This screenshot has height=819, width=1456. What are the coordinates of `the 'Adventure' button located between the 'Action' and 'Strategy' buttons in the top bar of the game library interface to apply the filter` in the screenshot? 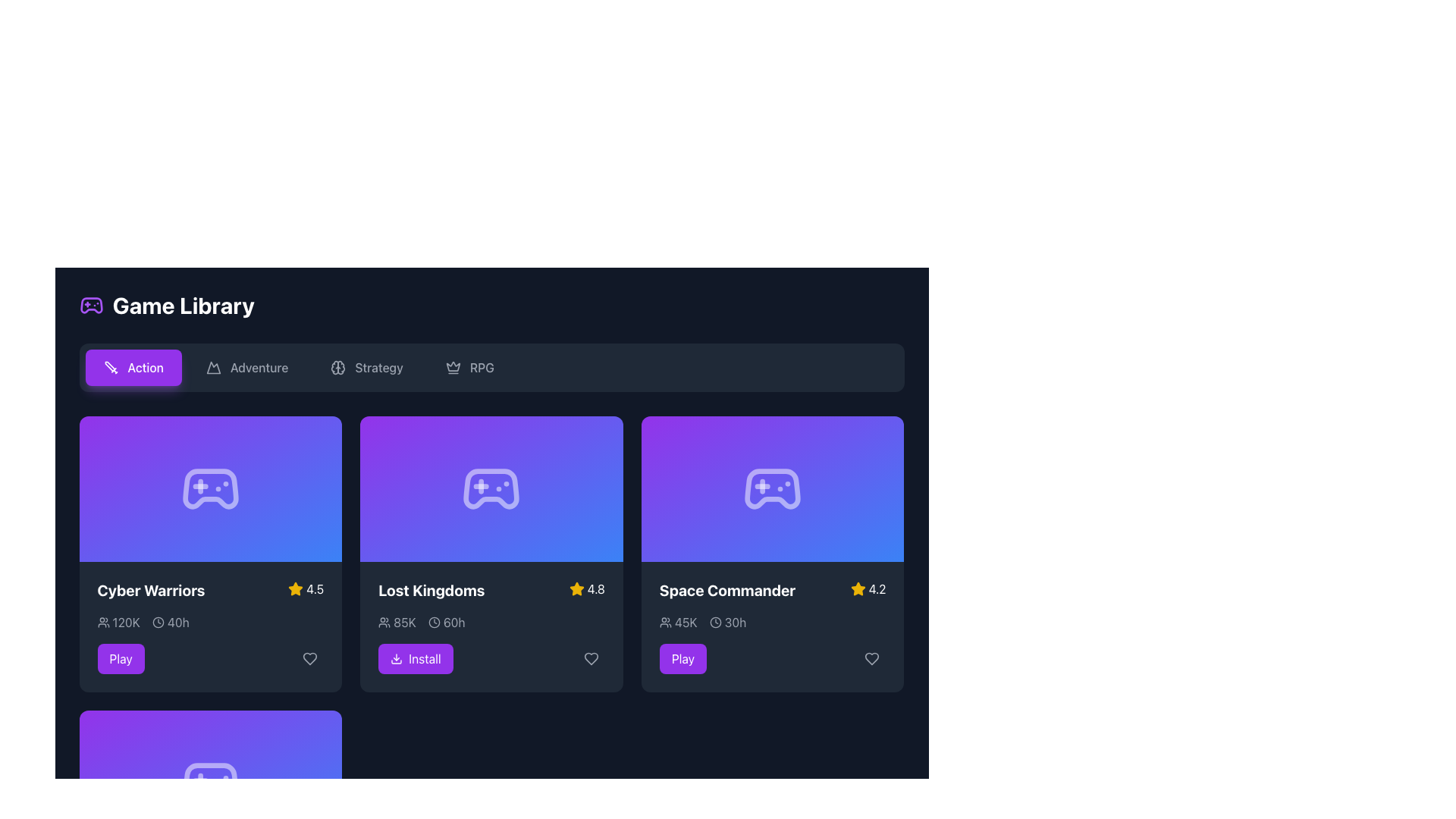 It's located at (247, 368).